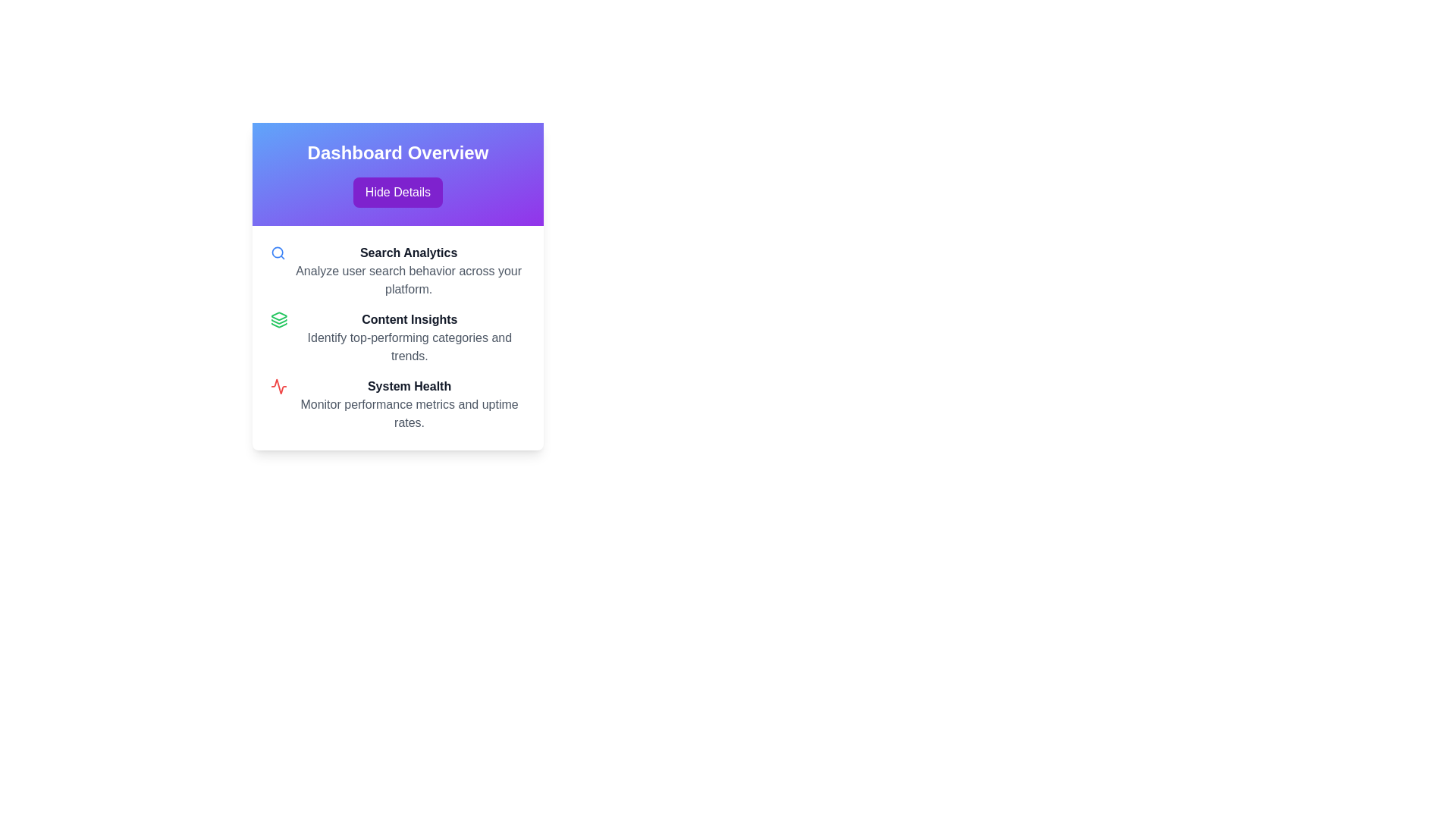  Describe the element at coordinates (409, 271) in the screenshot. I see `the Text element that serves as a descriptor for analyzing user search behavior, located under 'Dashboard Overview' and above 'Content Insights' and 'System Health'` at that location.